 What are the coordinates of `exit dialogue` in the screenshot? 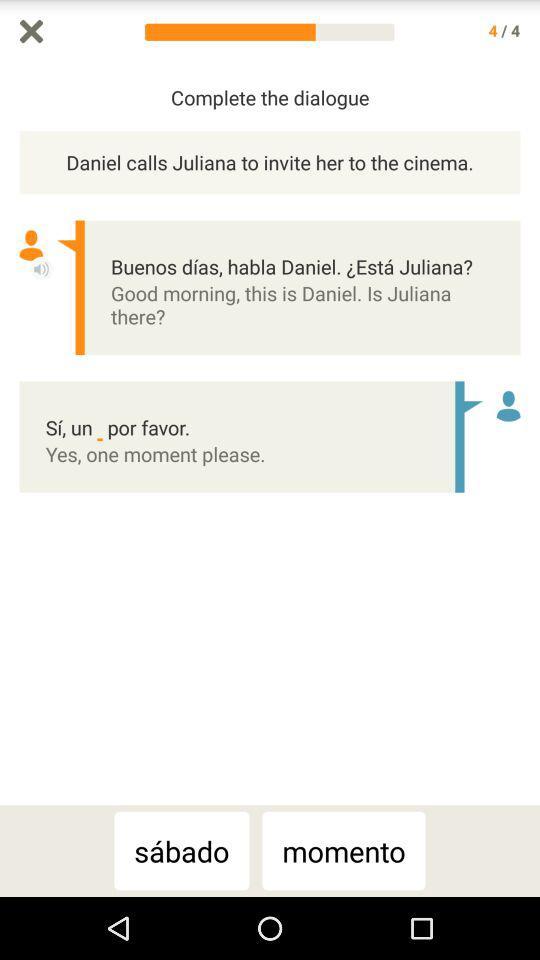 It's located at (30, 30).